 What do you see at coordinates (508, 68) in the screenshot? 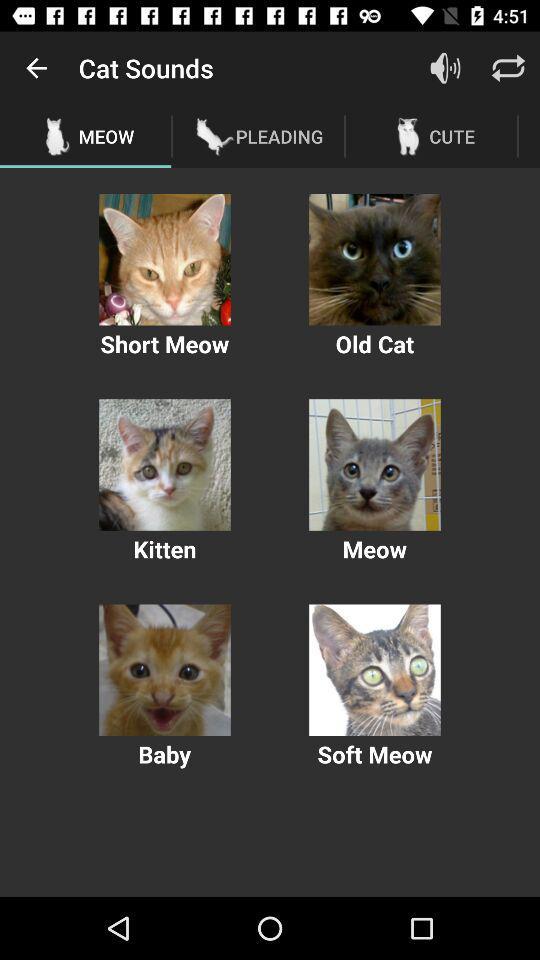
I see `this button refreshes the page to show any new updates` at bounding box center [508, 68].